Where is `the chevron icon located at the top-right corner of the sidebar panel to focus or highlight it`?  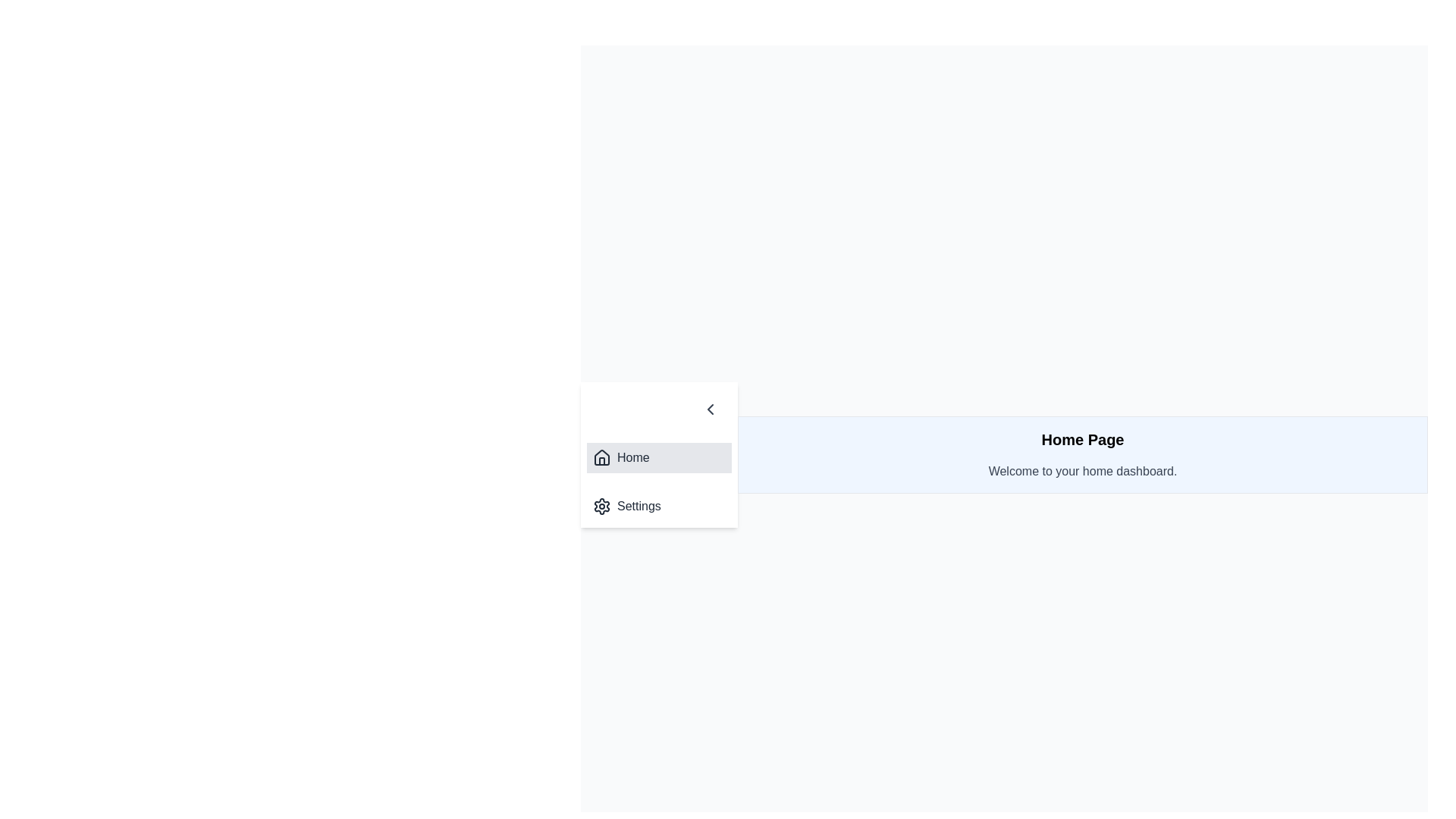 the chevron icon located at the top-right corner of the sidebar panel to focus or highlight it is located at coordinates (710, 409).